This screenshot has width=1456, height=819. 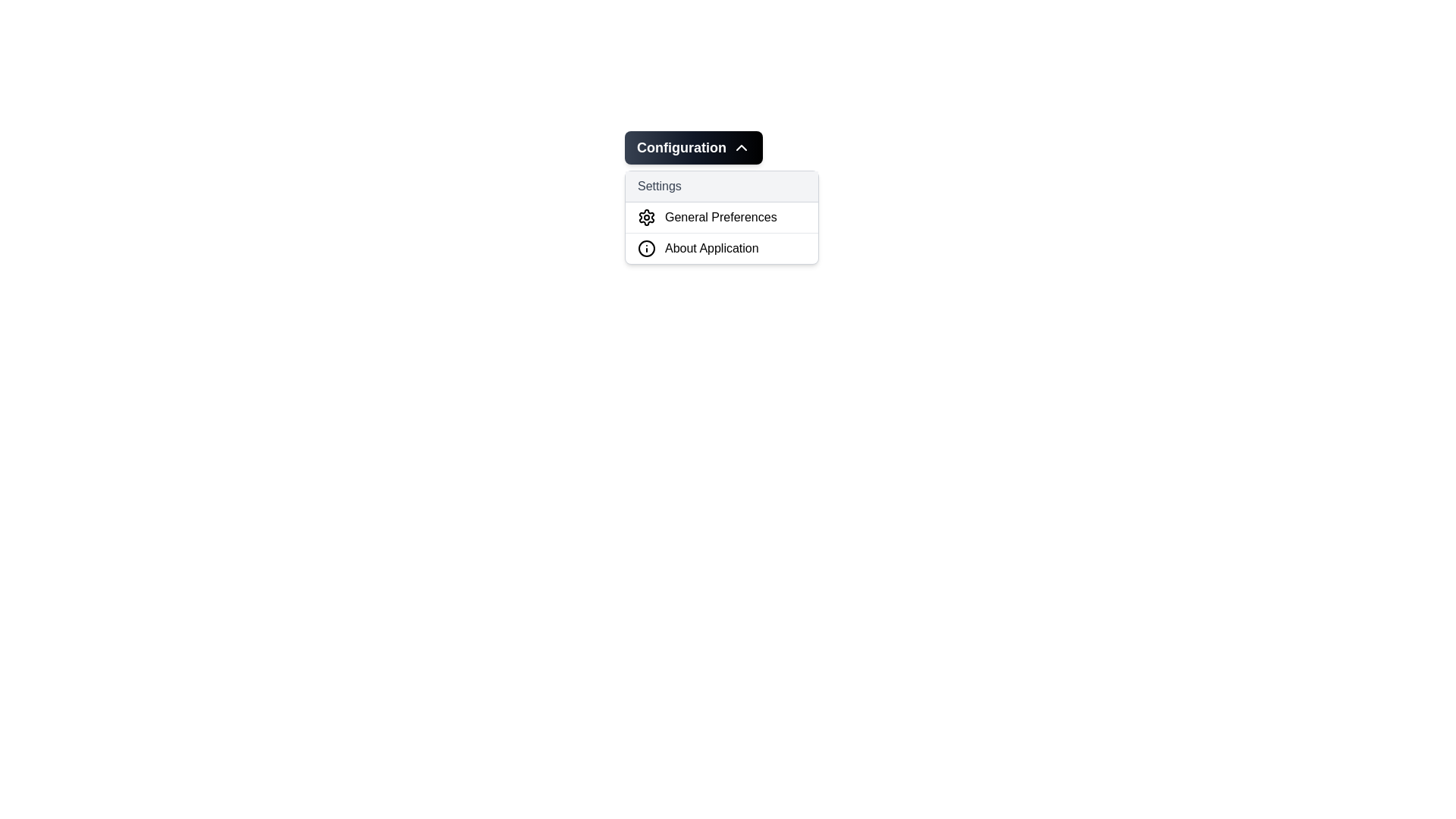 What do you see at coordinates (720, 217) in the screenshot?
I see `the 'General Preferences' button, which is the first item under the 'Settings' header in the dropdown menu` at bounding box center [720, 217].